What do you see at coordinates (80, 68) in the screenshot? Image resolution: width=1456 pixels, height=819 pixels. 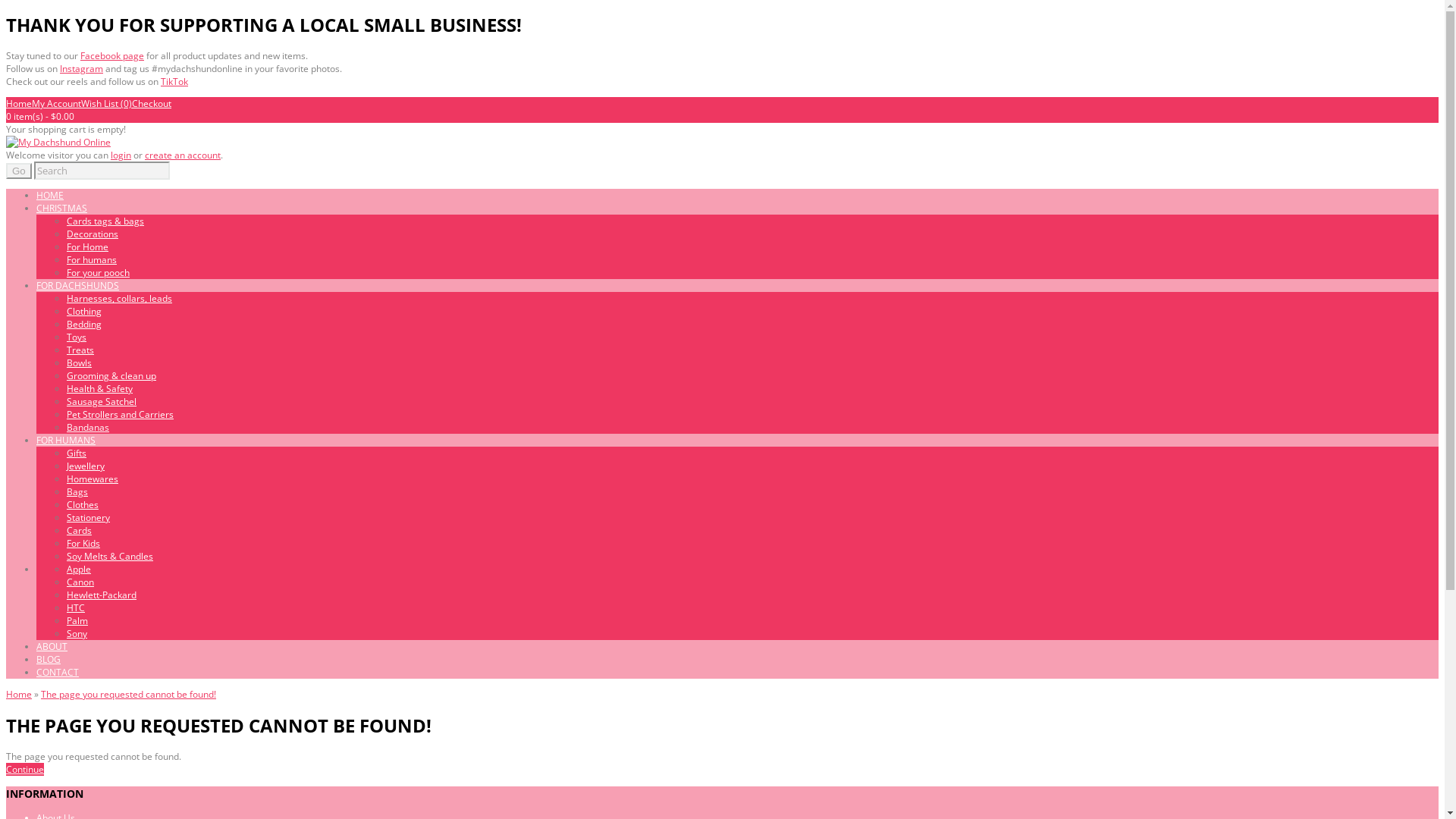 I see `'Instagram'` at bounding box center [80, 68].